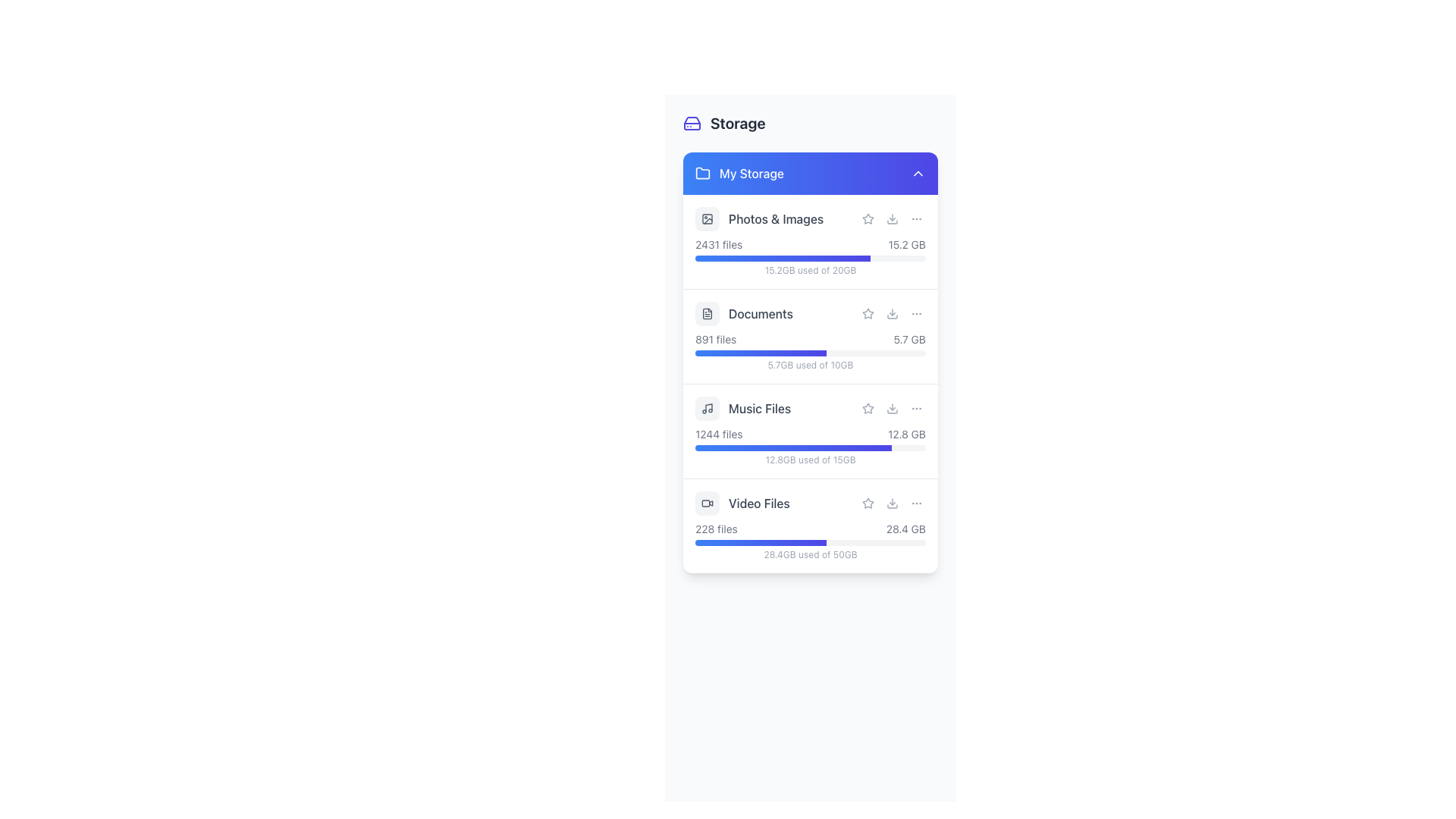 The image size is (1456, 819). I want to click on the star-shaped button with a hollow outline, so click(868, 503).